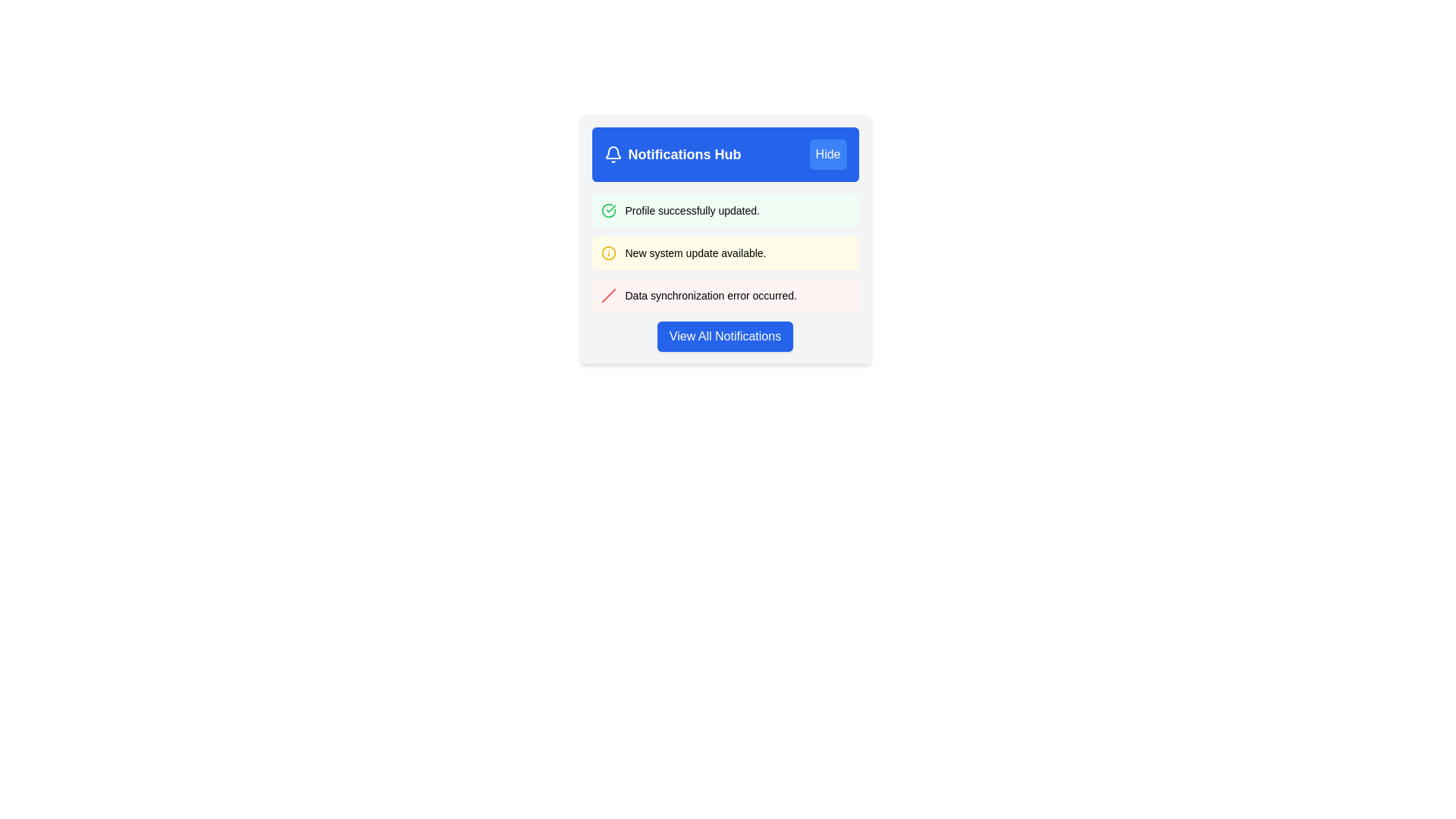 The image size is (1456, 819). What do you see at coordinates (724, 210) in the screenshot?
I see `notification message indicating that the user's profile has been successfully updated, which is the first notification in the Notifications Hub` at bounding box center [724, 210].